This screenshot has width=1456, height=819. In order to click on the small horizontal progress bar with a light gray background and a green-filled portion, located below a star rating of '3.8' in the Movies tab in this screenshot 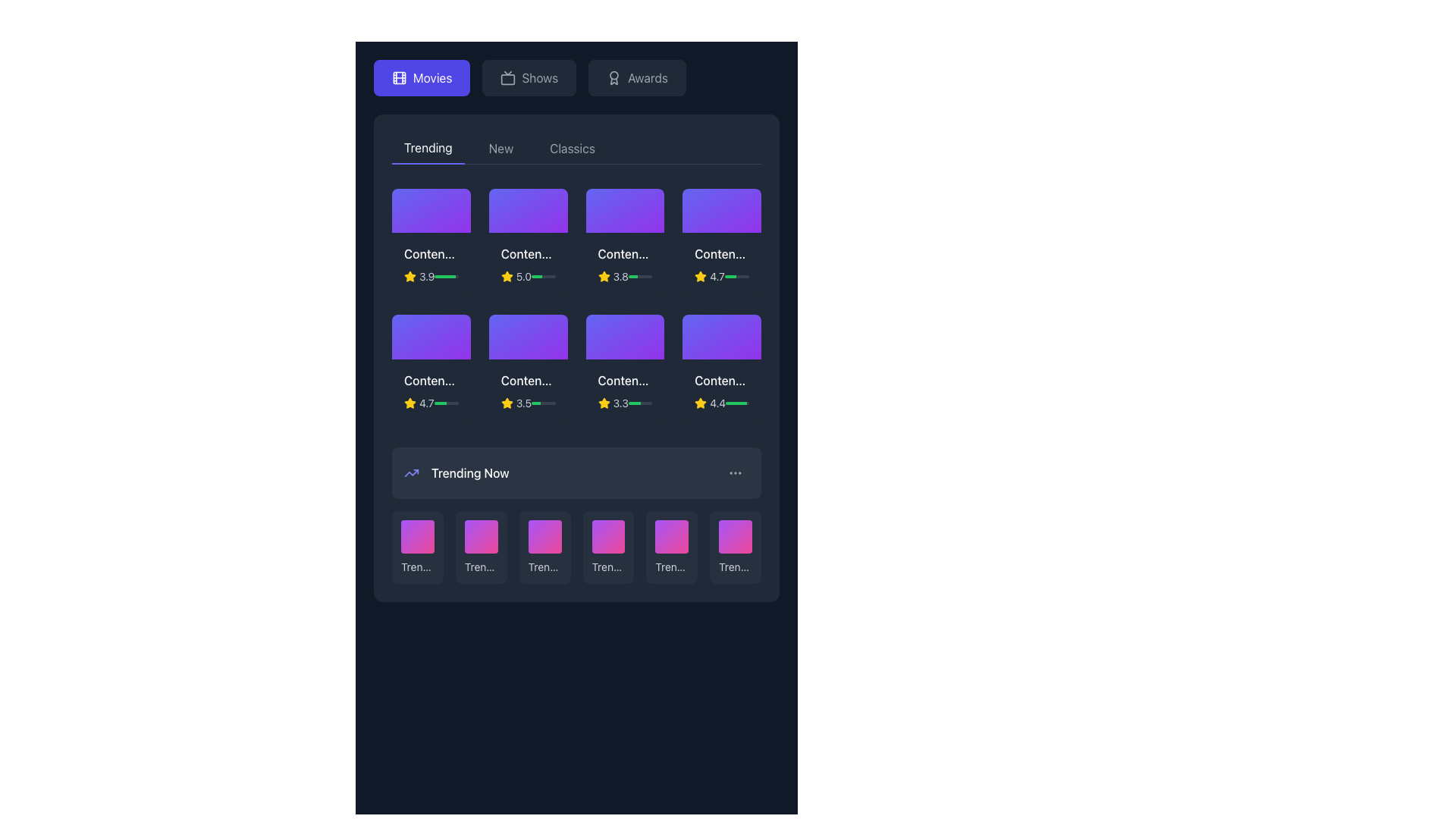, I will do `click(640, 277)`.